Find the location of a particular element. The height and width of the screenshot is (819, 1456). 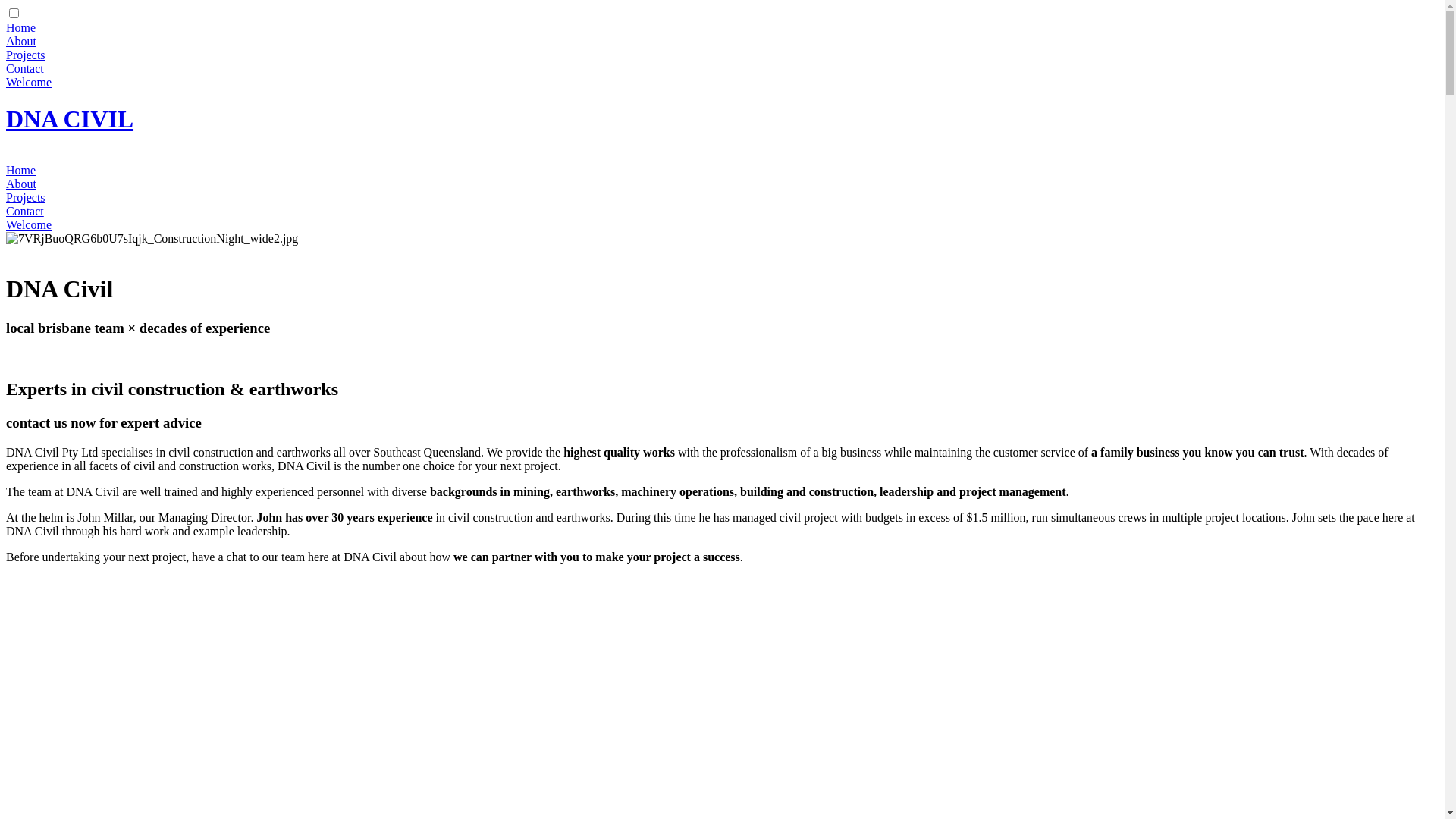

'DNA CIVIL' is located at coordinates (68, 118).